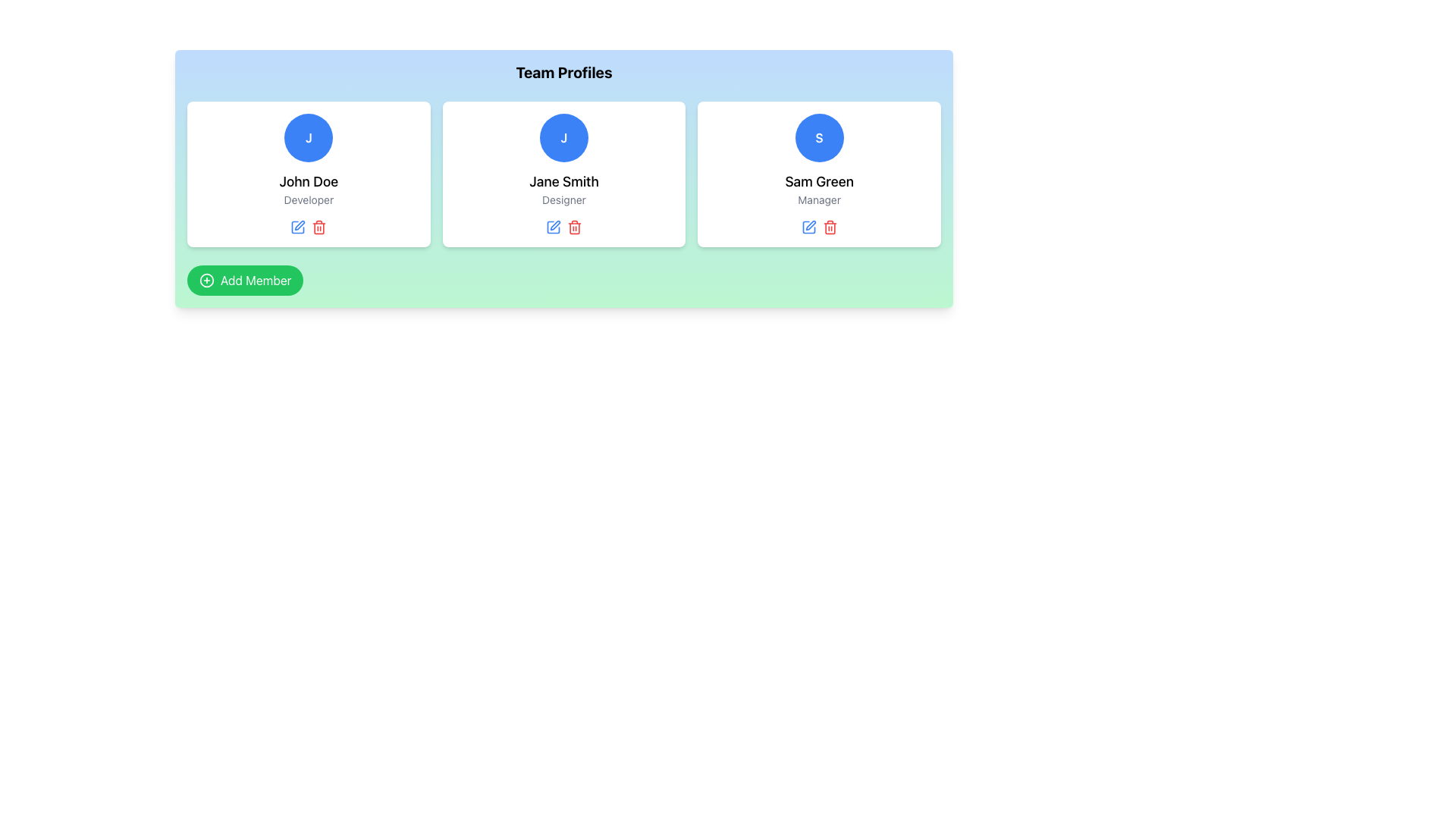  Describe the element at coordinates (563, 199) in the screenshot. I see `the text label 'Designer' which is styled in a smaller gray font and is positioned directly beneath 'Jane Smith' in the middle profile card` at that location.